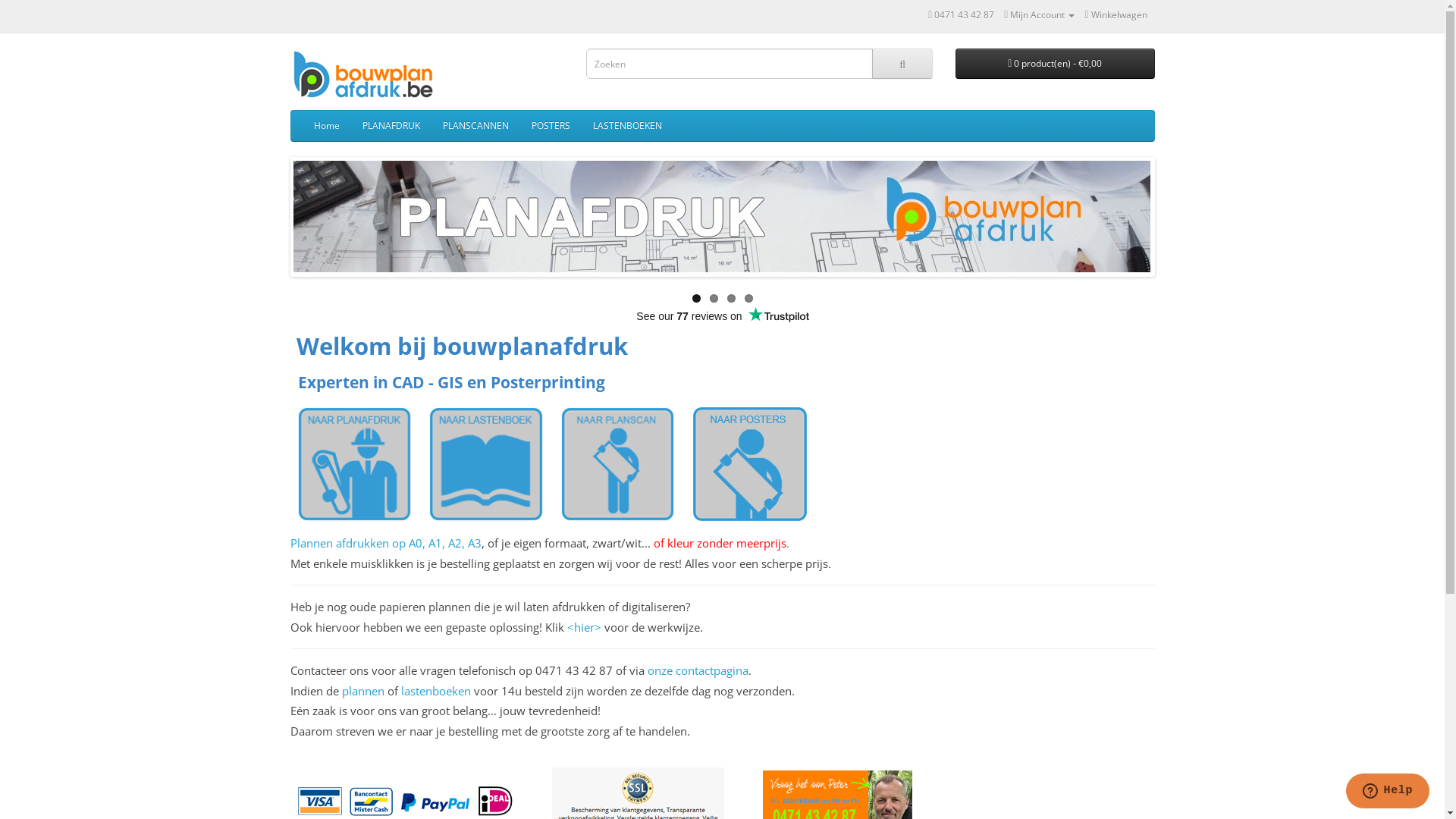 Image resolution: width=1456 pixels, height=819 pixels. I want to click on 'Opens a widget where you can chat to one of our agents', so click(1345, 792).